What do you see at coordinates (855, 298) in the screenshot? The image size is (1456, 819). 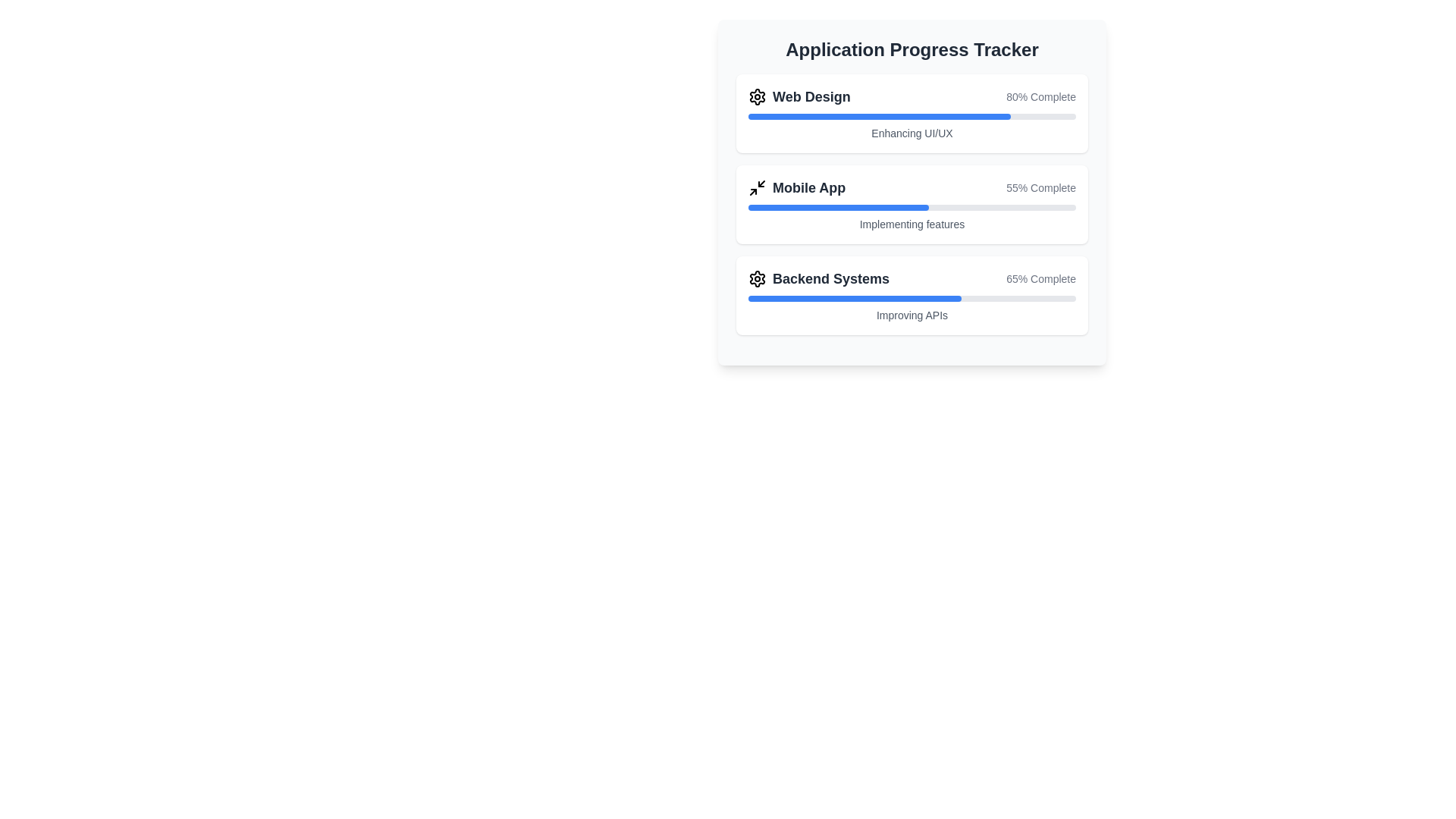 I see `the blue-colored Progress Bar Segment representing 65% completion within the 'Backend Systems' section of the progress bar` at bounding box center [855, 298].